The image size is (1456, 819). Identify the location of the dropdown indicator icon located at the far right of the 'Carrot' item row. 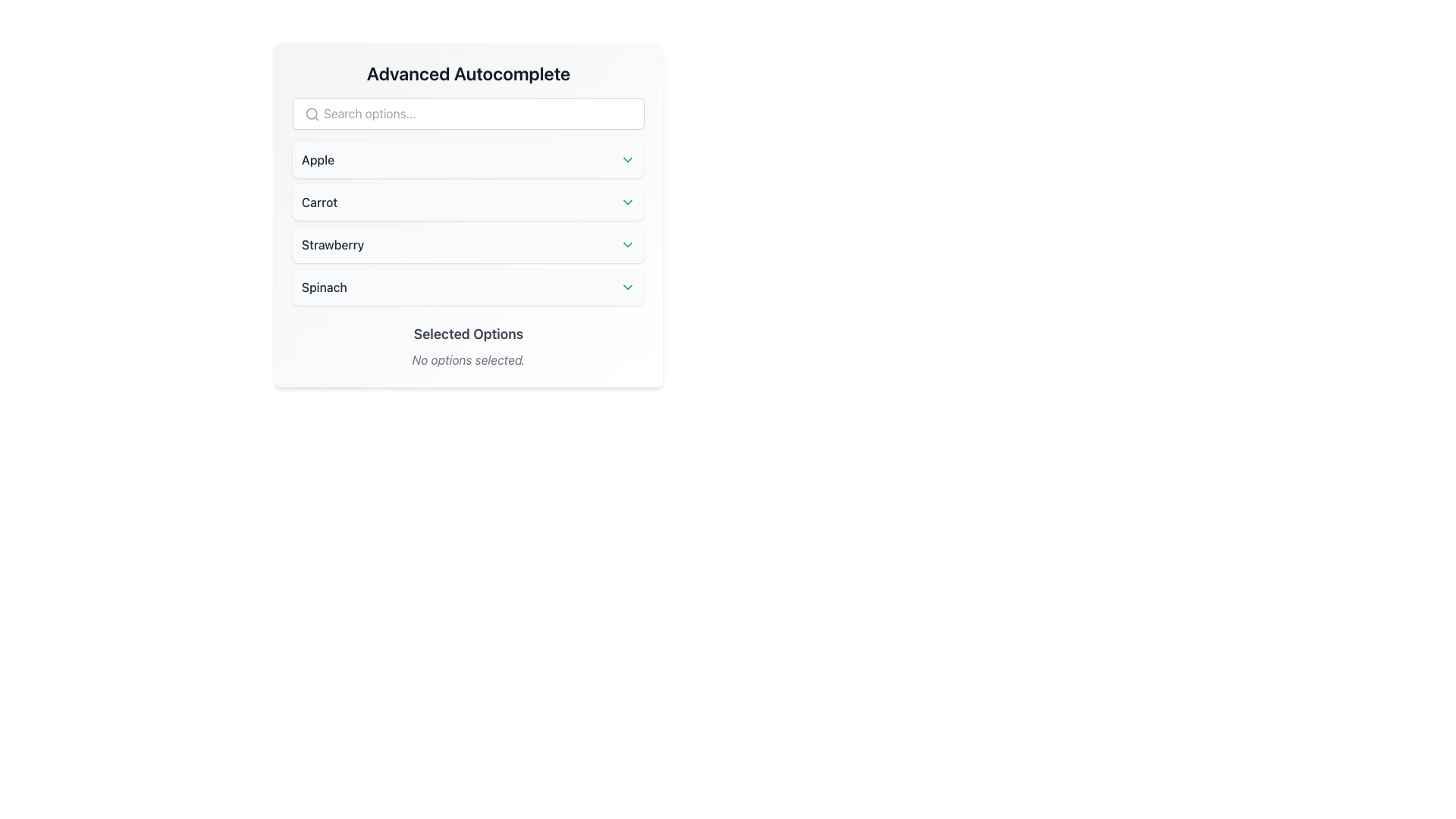
(628, 201).